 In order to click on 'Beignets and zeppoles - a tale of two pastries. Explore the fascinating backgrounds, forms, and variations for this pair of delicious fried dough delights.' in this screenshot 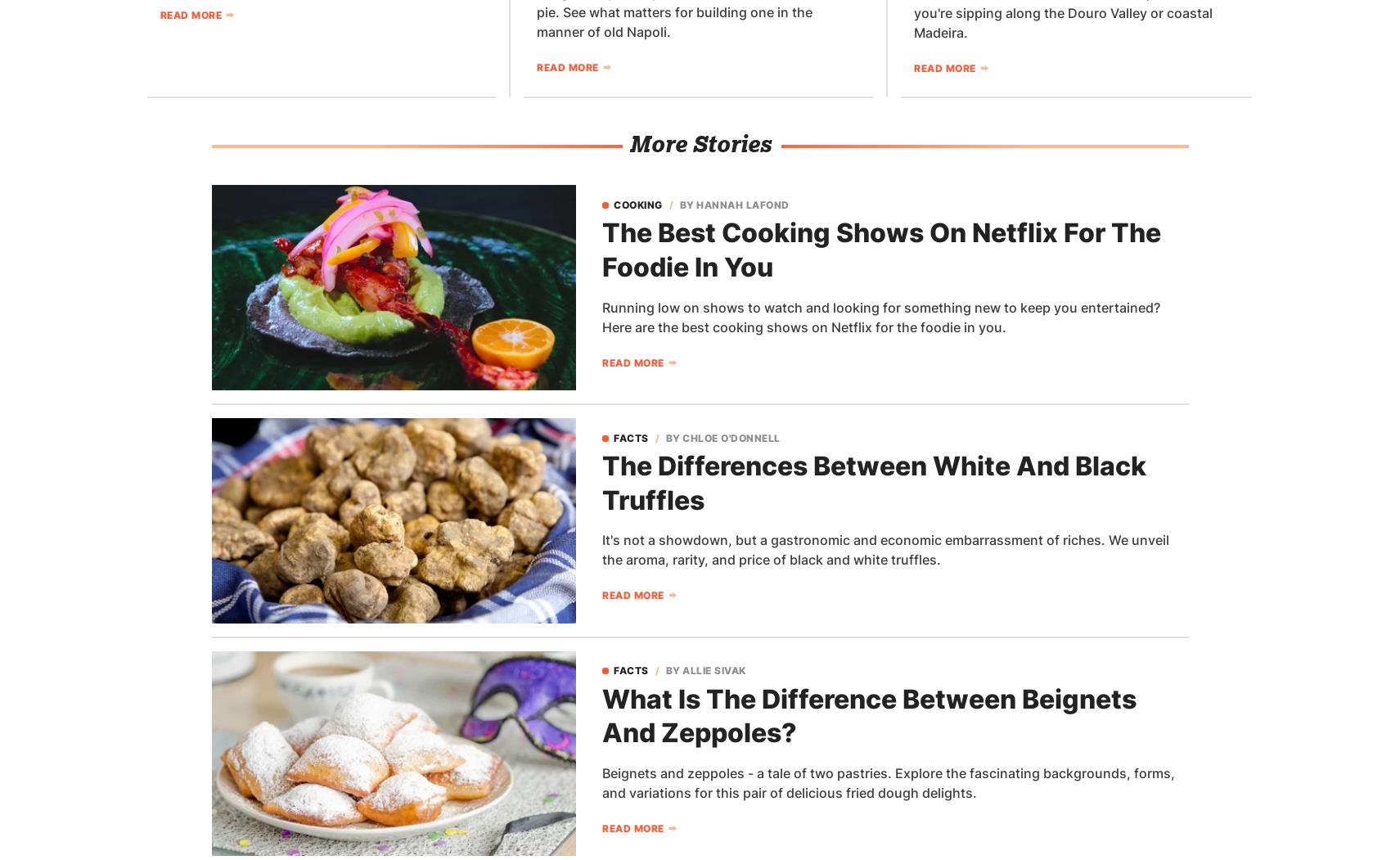, I will do `click(888, 781)`.